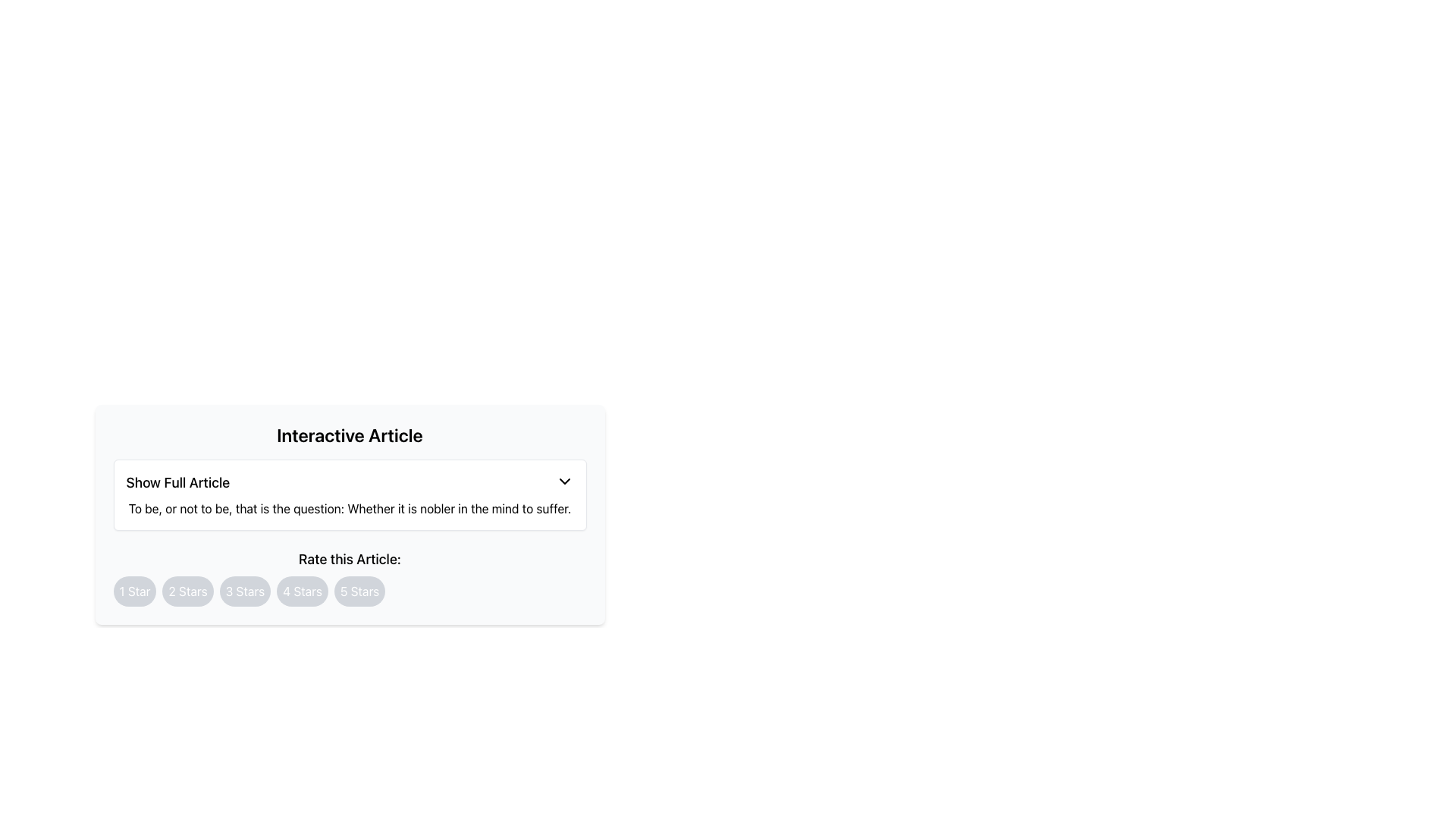 Image resolution: width=1456 pixels, height=819 pixels. What do you see at coordinates (302, 590) in the screenshot?
I see `the fourth button from the left in a horizontal series of five` at bounding box center [302, 590].